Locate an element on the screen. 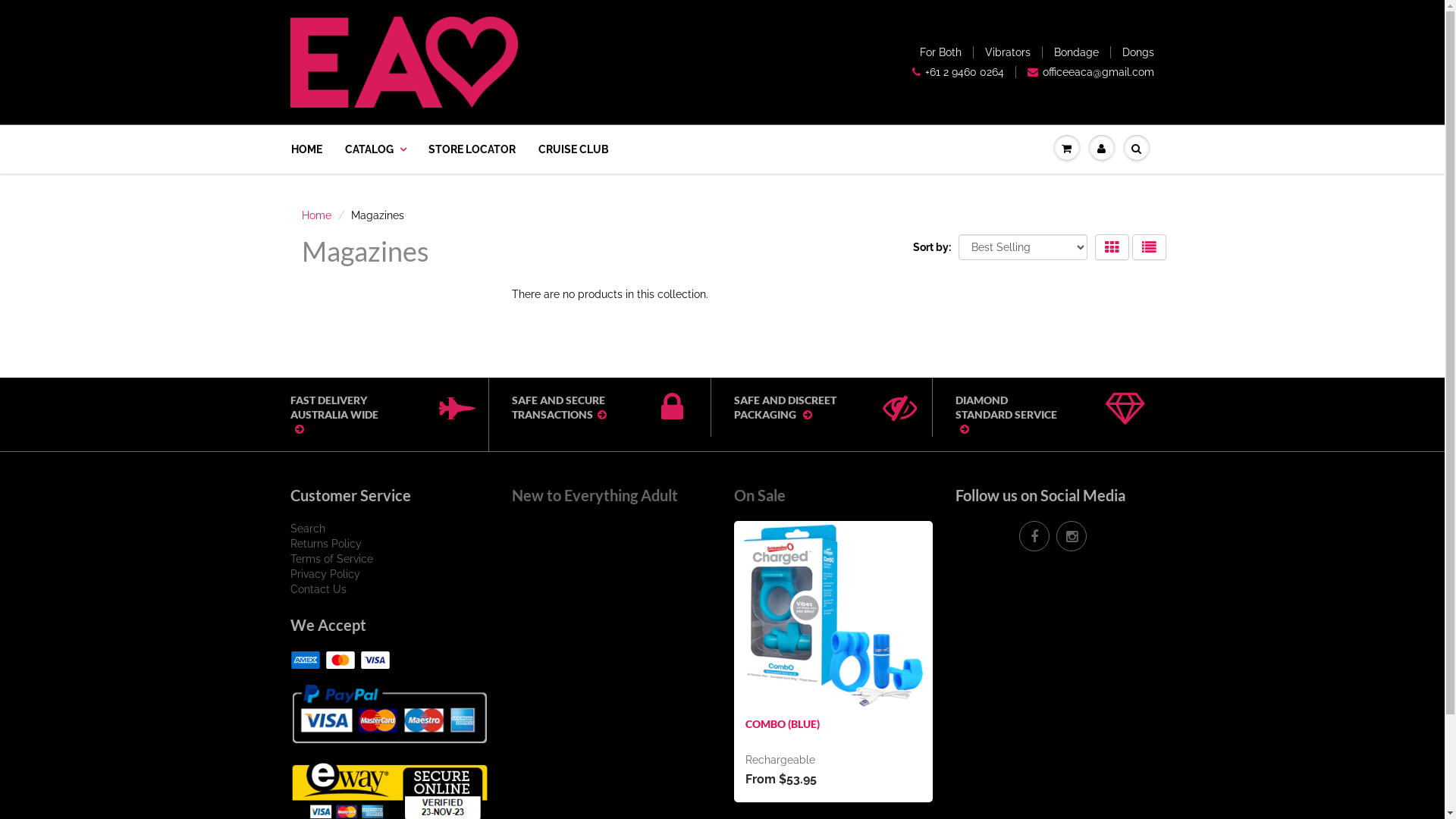 The image size is (1456, 819). 'HOME' is located at coordinates (291, 149).